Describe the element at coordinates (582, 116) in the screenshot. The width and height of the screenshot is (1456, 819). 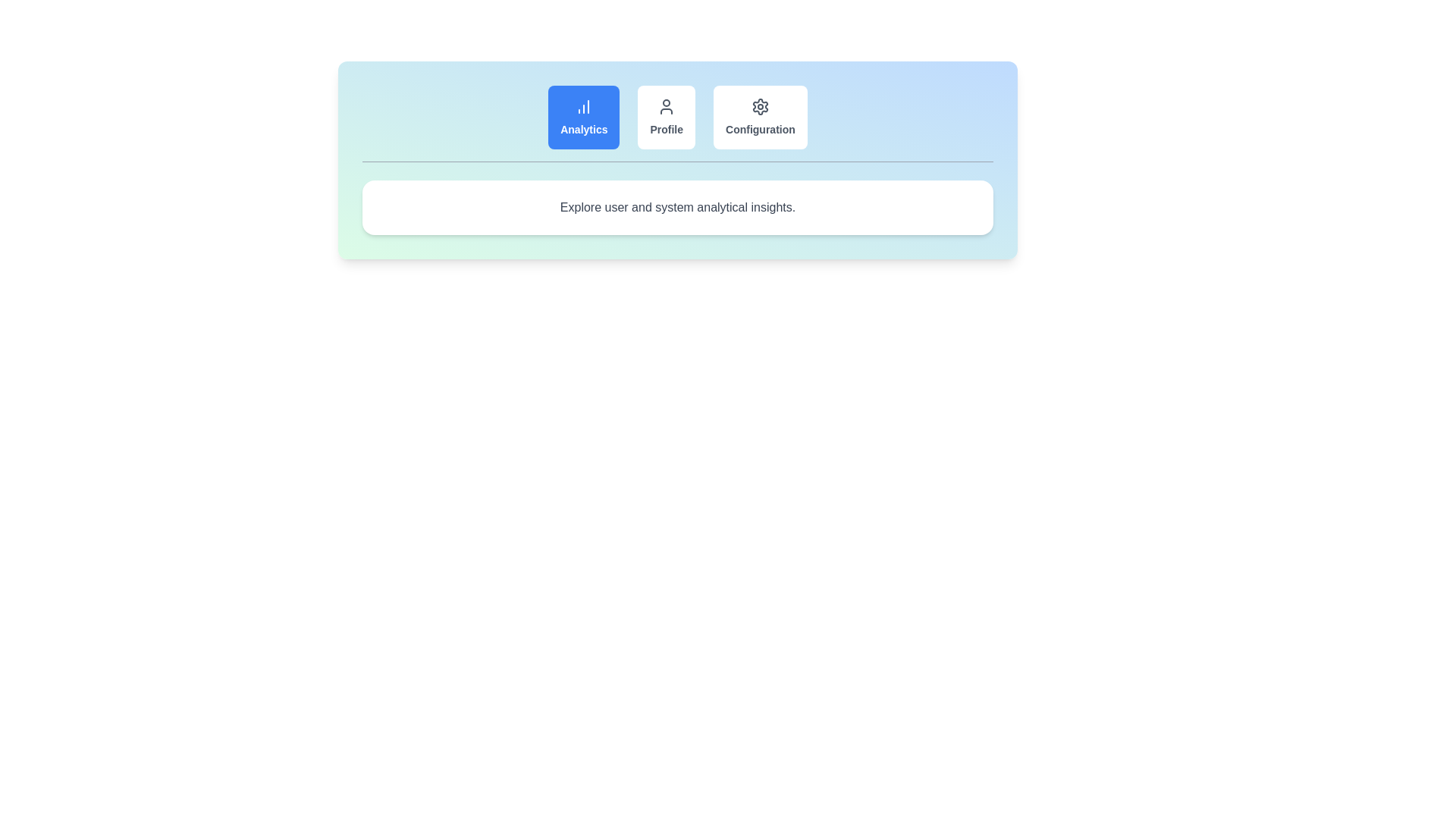
I see `the tab labeled Analytics to view its content` at that location.